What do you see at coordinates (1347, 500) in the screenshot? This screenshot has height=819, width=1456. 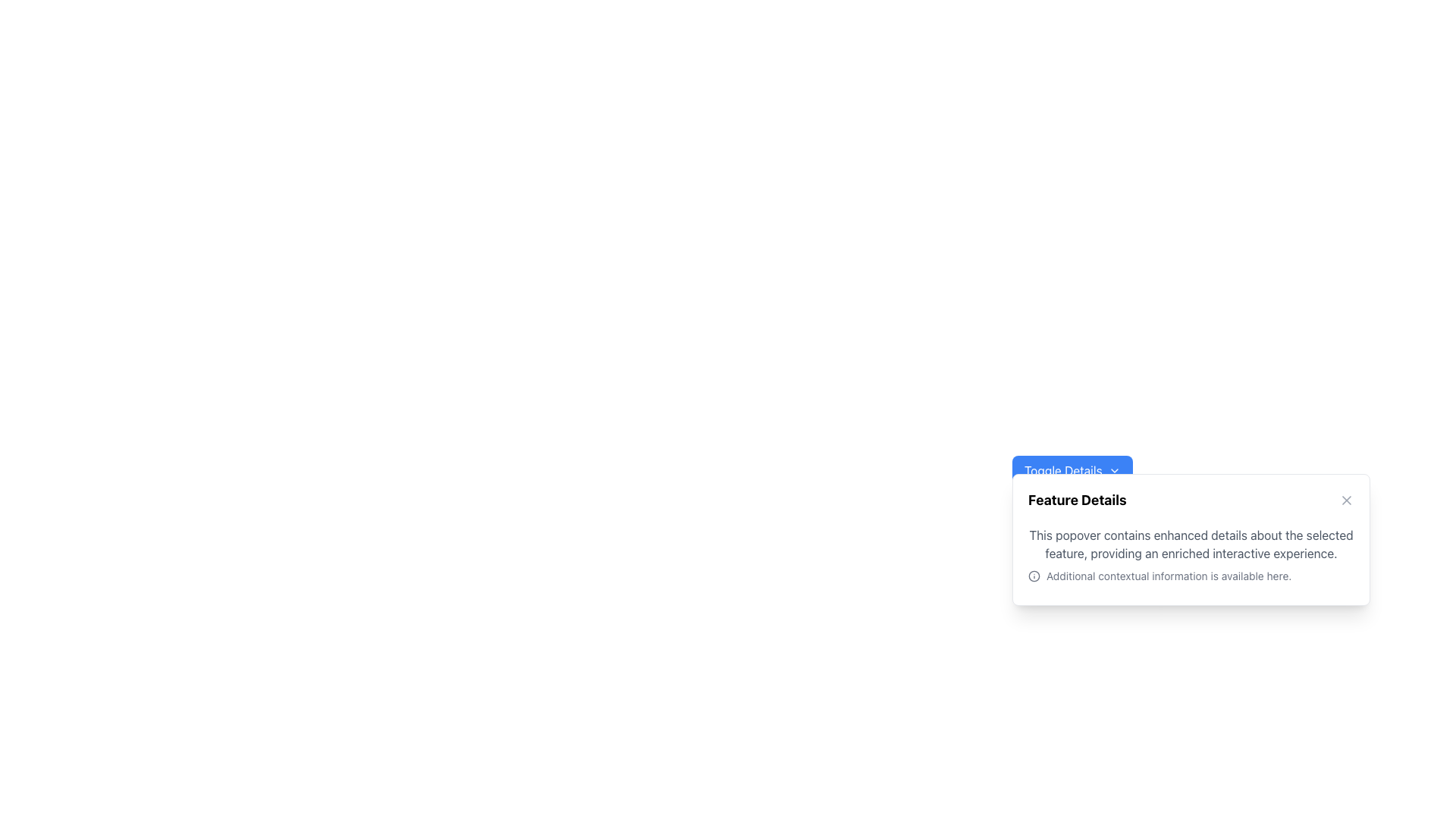 I see `the 'X' icon in the top-right corner of the 'Feature Details' popover` at bounding box center [1347, 500].